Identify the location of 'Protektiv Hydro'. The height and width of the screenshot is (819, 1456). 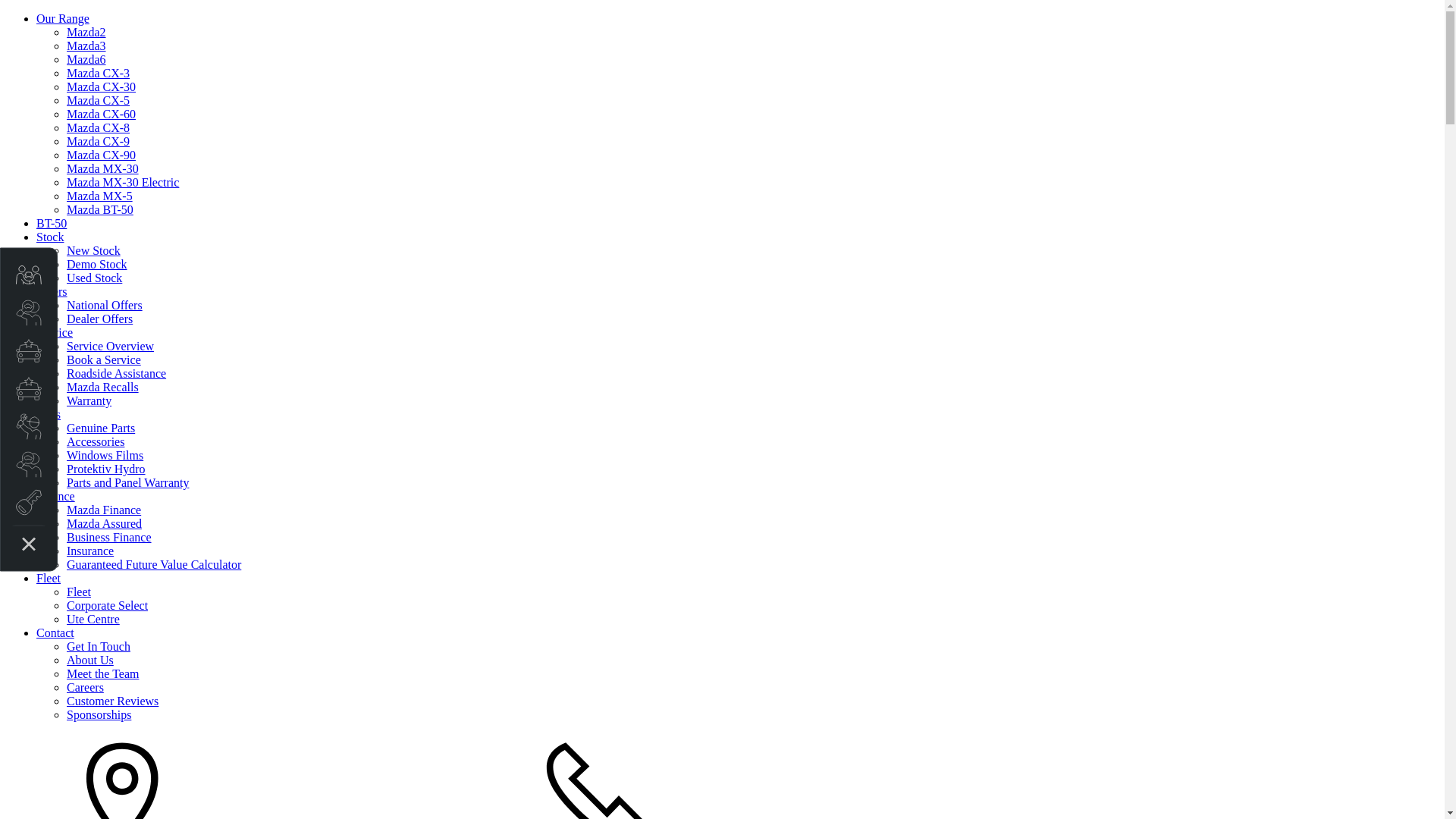
(105, 468).